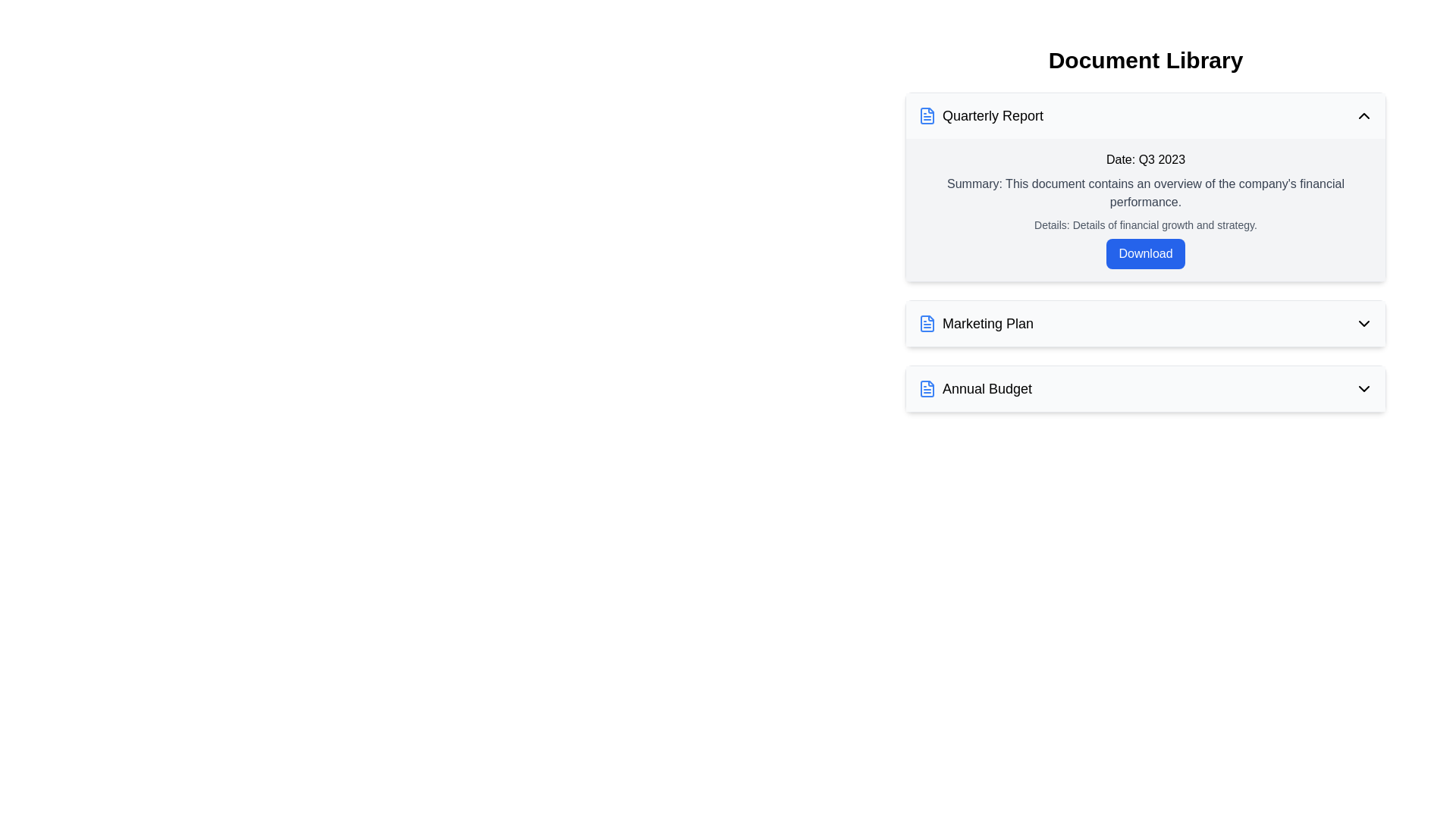 The height and width of the screenshot is (819, 1456). What do you see at coordinates (1146, 253) in the screenshot?
I see `the download button located at the bottom-right corner of the 'Quarterly Report' section to initiate the download` at bounding box center [1146, 253].